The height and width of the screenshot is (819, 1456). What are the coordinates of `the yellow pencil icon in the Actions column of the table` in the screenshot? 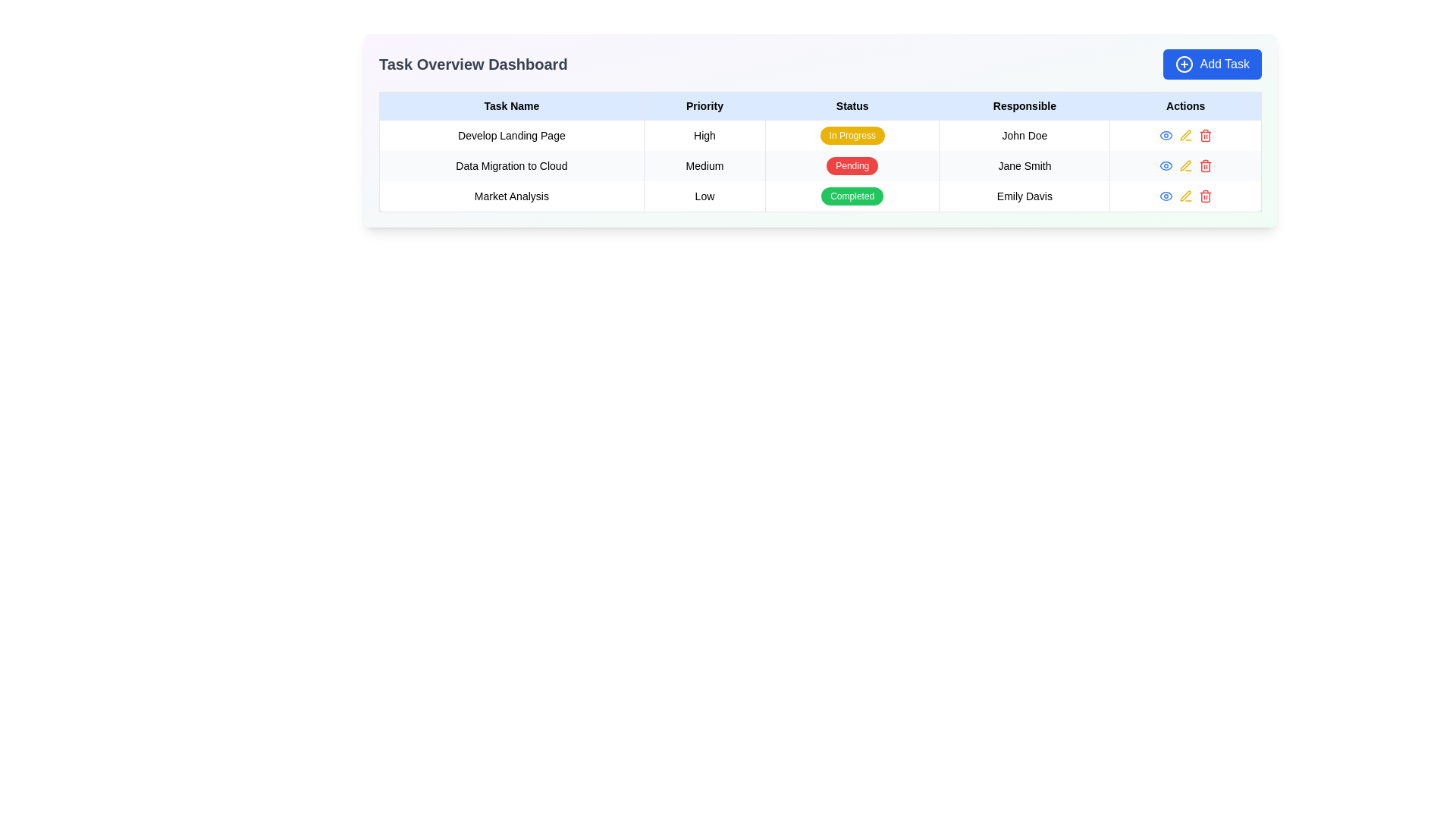 It's located at (1185, 166).